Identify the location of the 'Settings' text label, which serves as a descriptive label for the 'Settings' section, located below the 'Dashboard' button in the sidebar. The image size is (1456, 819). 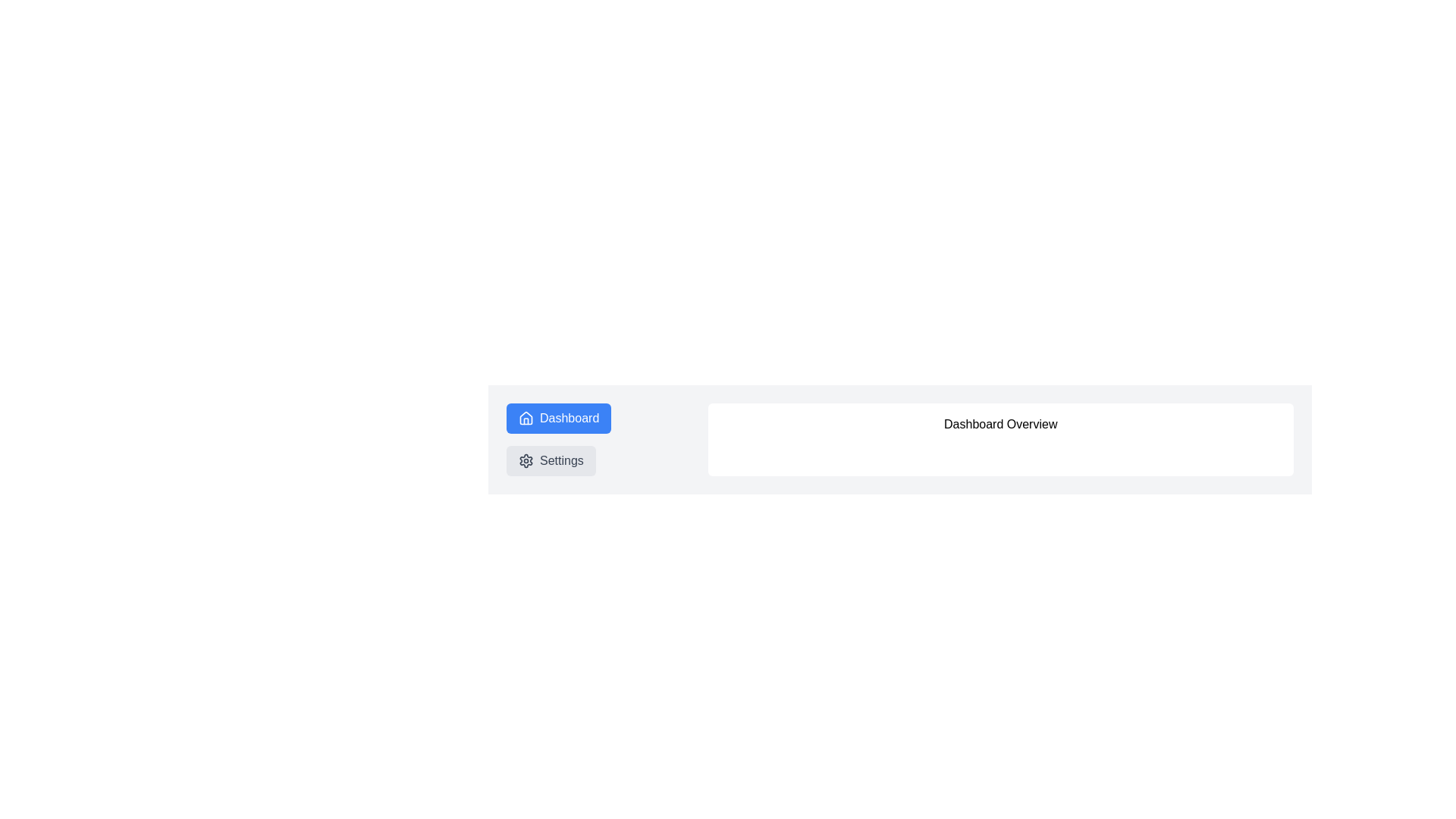
(560, 460).